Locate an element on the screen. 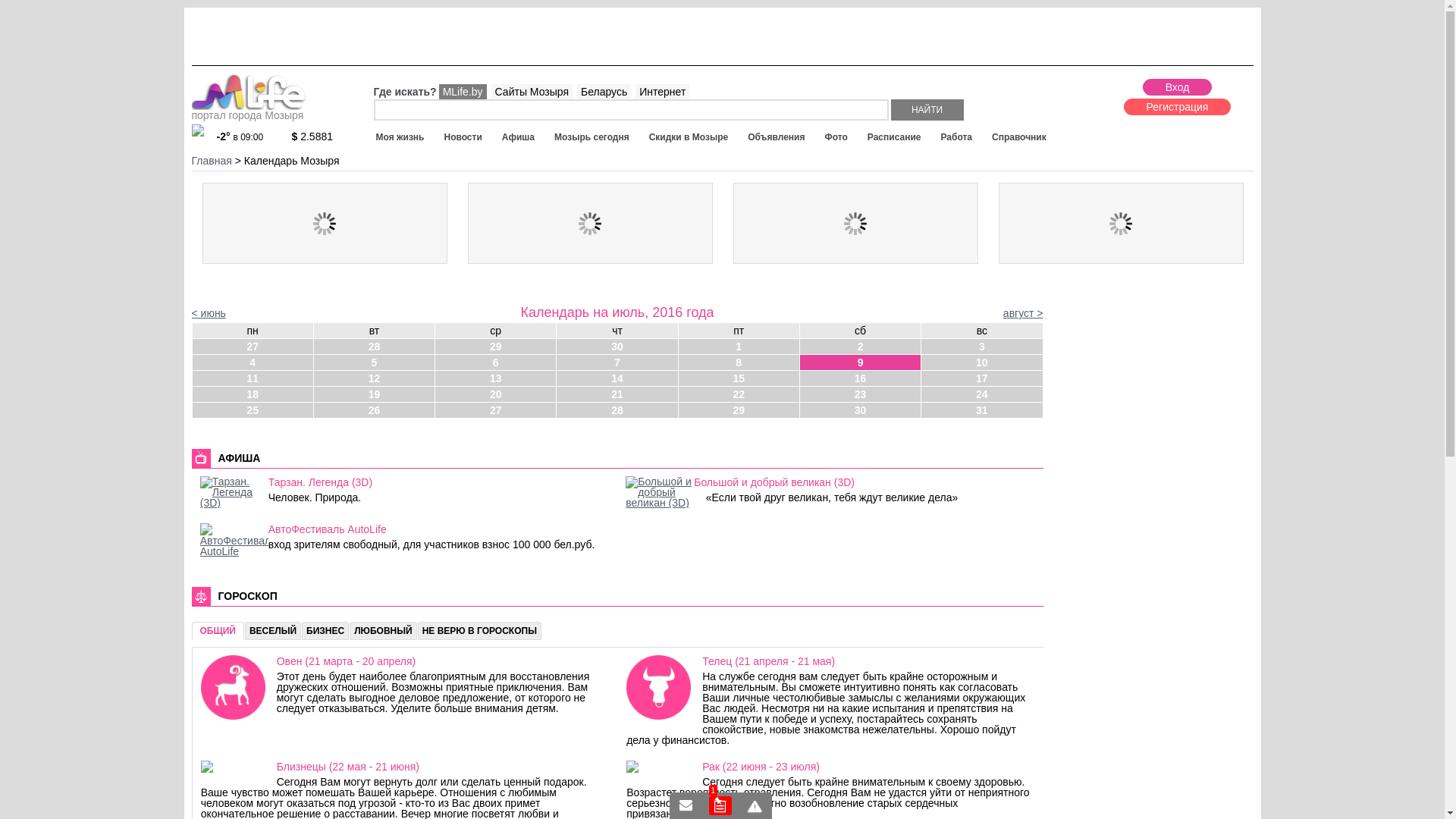 This screenshot has height=819, width=1456. '4' is located at coordinates (192, 362).